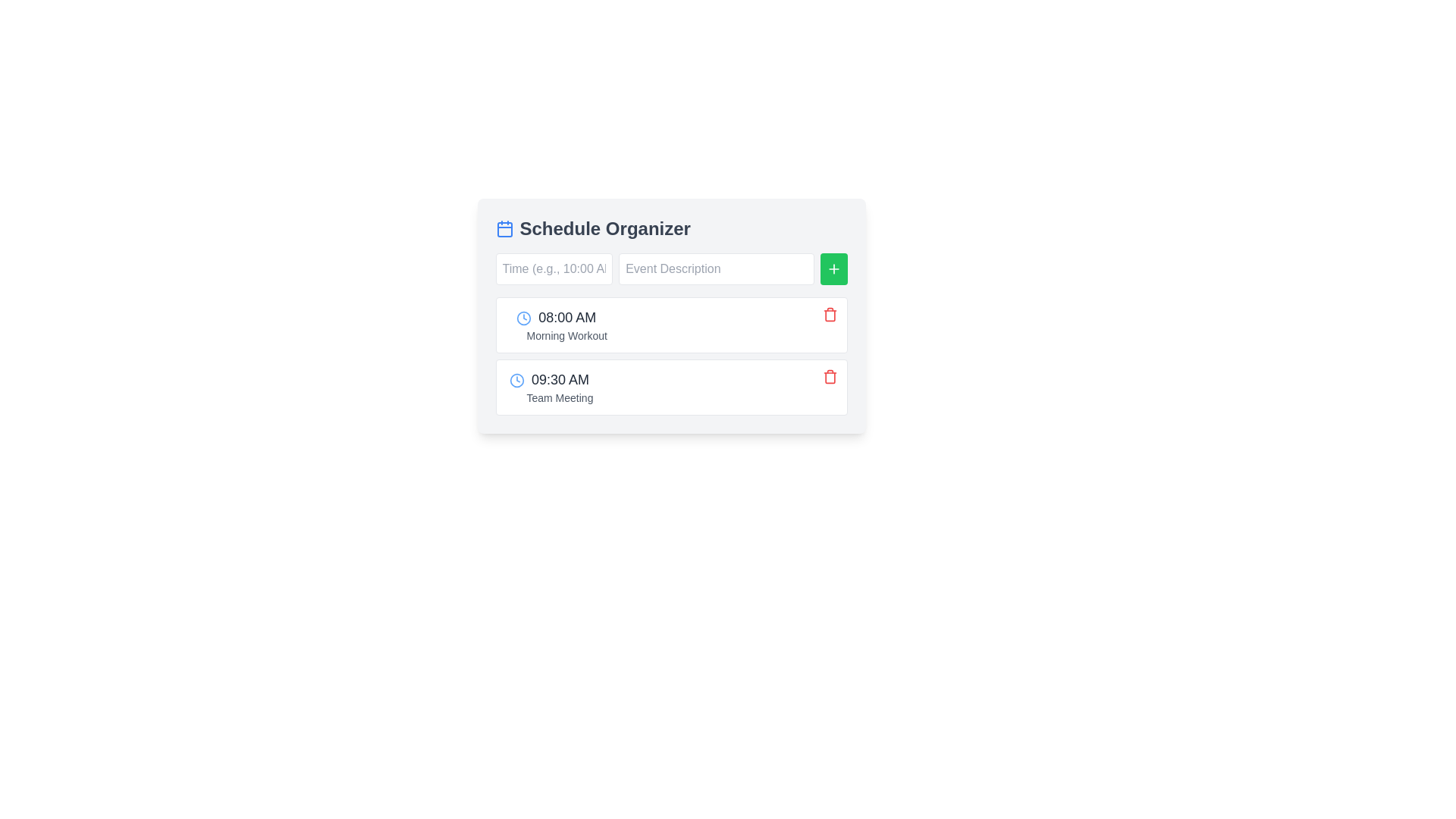  I want to click on the Header with an icon titled 'Schedule Organizer', which includes a calendar icon on the left, so click(670, 228).